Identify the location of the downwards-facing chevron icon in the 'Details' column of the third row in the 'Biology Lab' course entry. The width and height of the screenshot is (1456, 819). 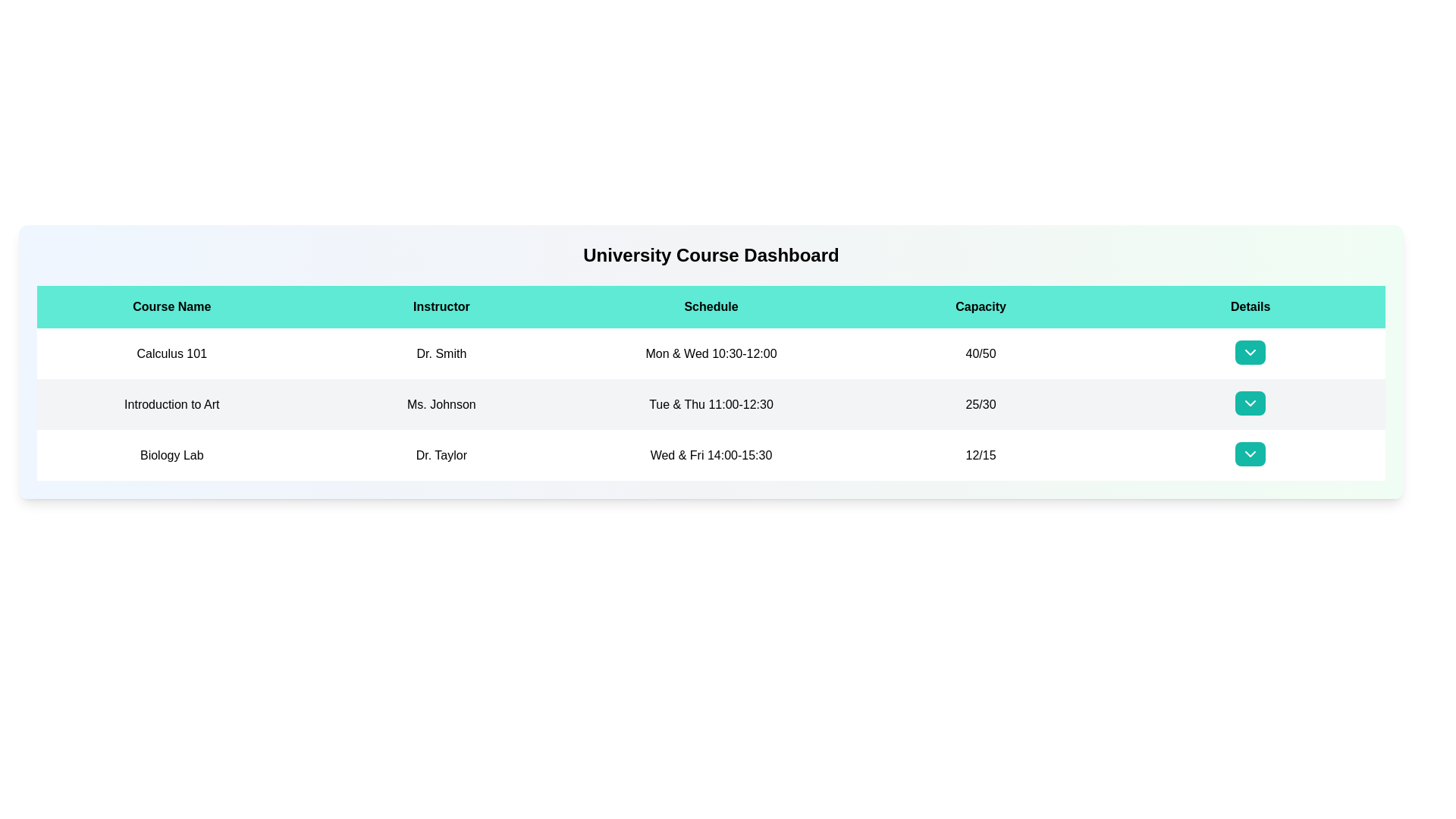
(1250, 453).